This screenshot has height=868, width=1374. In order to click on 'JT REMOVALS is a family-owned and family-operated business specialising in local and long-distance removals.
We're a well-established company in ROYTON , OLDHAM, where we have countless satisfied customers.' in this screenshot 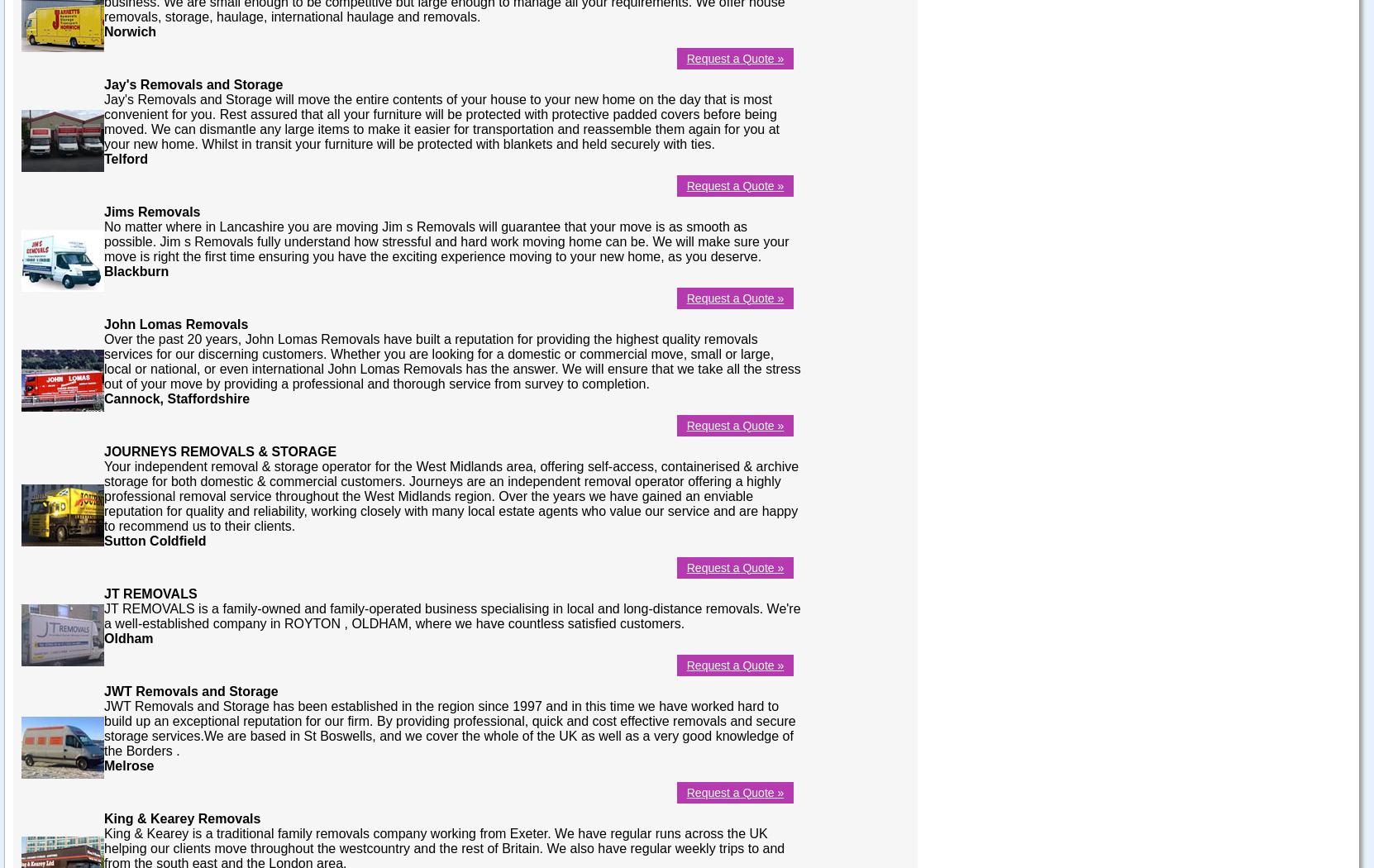, I will do `click(451, 614)`.